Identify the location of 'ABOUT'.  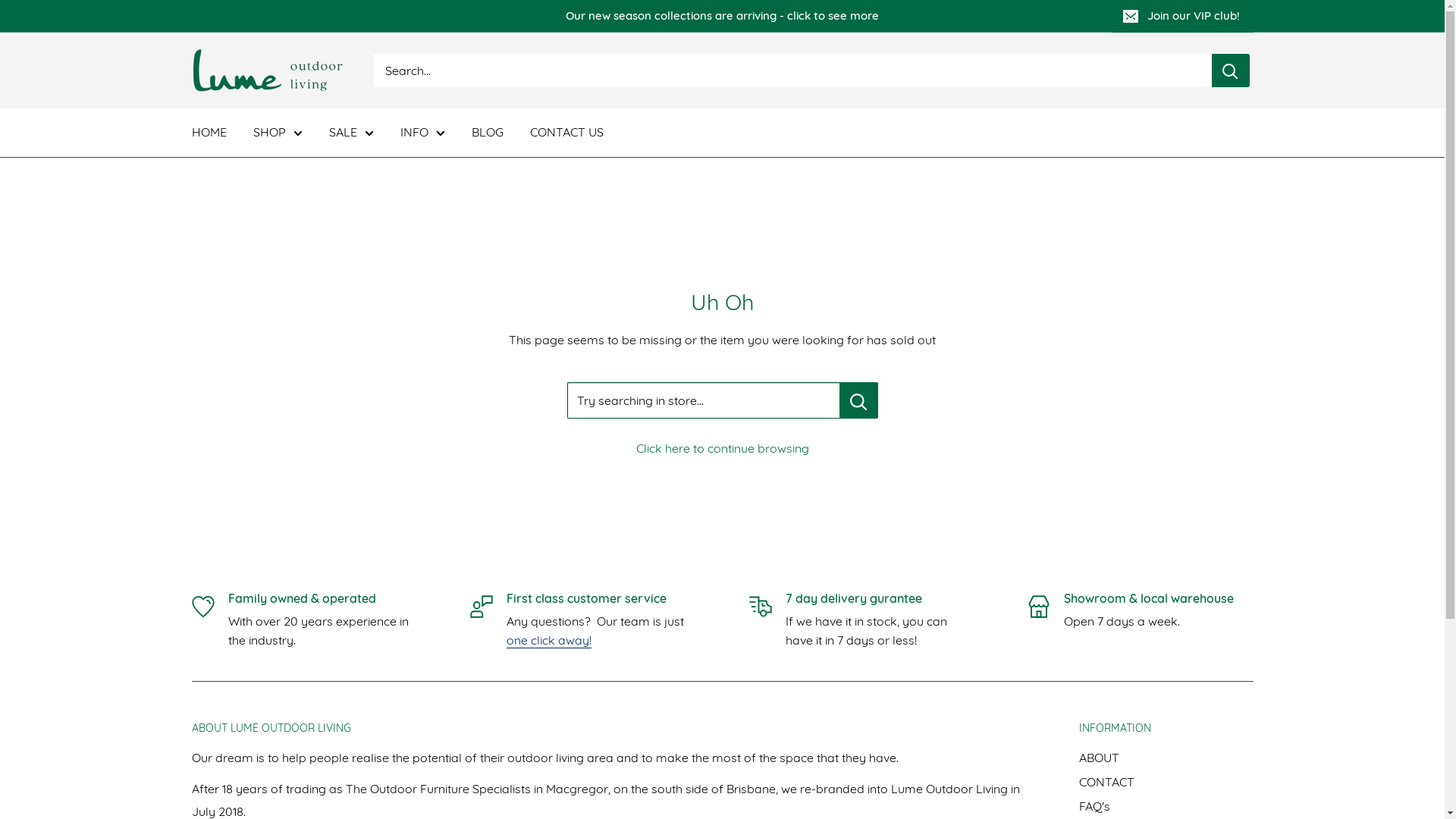
(1164, 758).